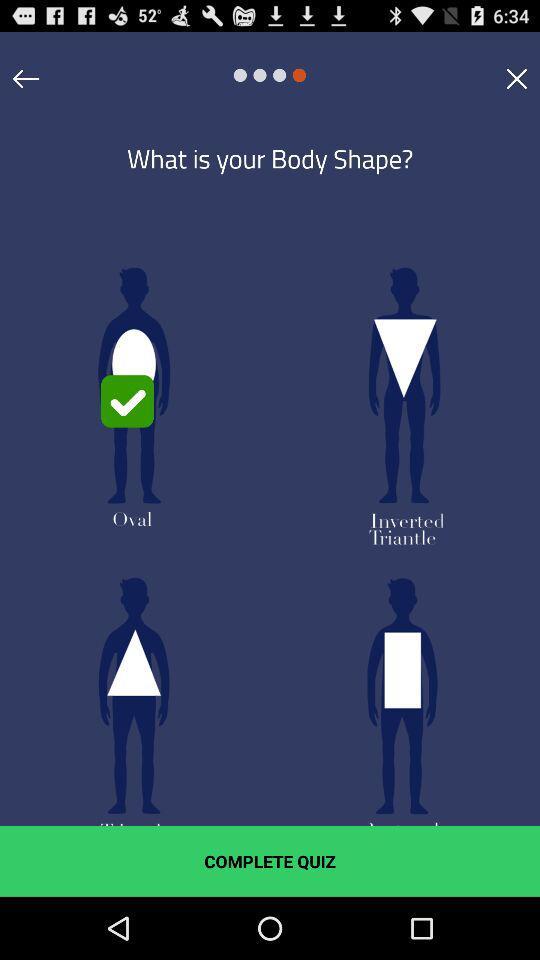 Image resolution: width=540 pixels, height=960 pixels. Describe the element at coordinates (516, 78) in the screenshot. I see `click close option` at that location.